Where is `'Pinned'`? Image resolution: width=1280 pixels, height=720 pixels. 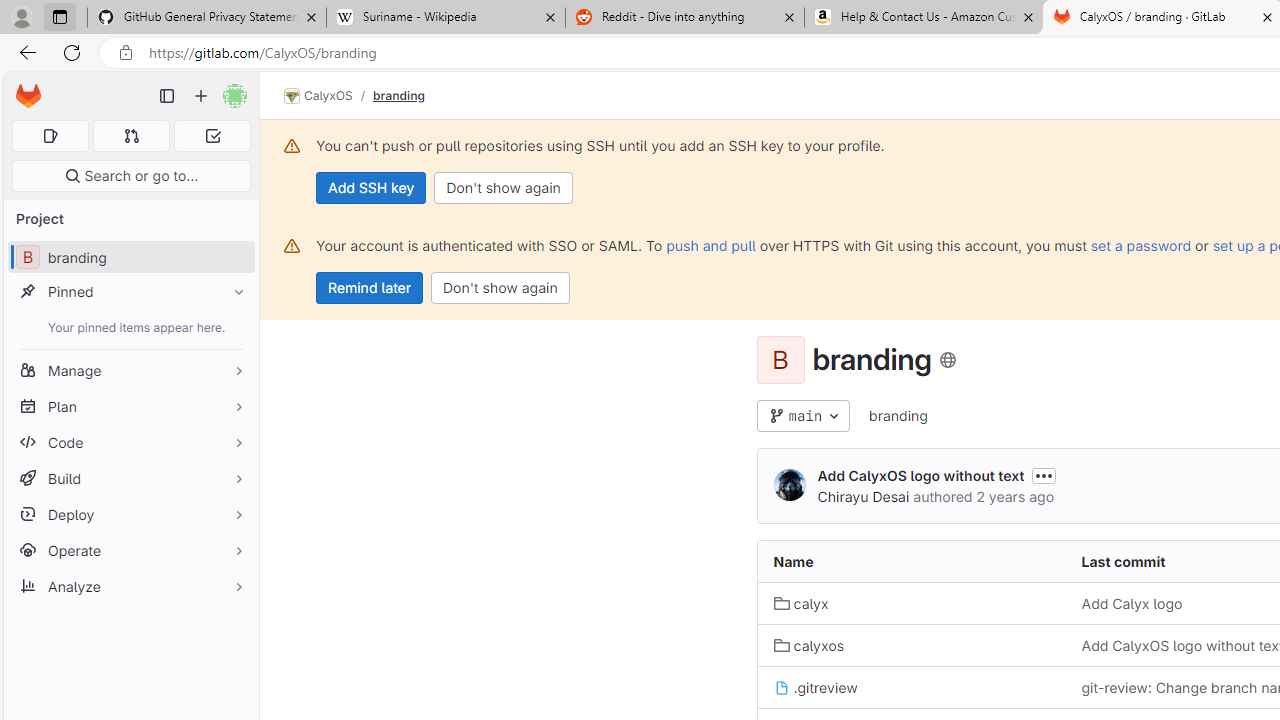 'Pinned' is located at coordinates (130, 291).